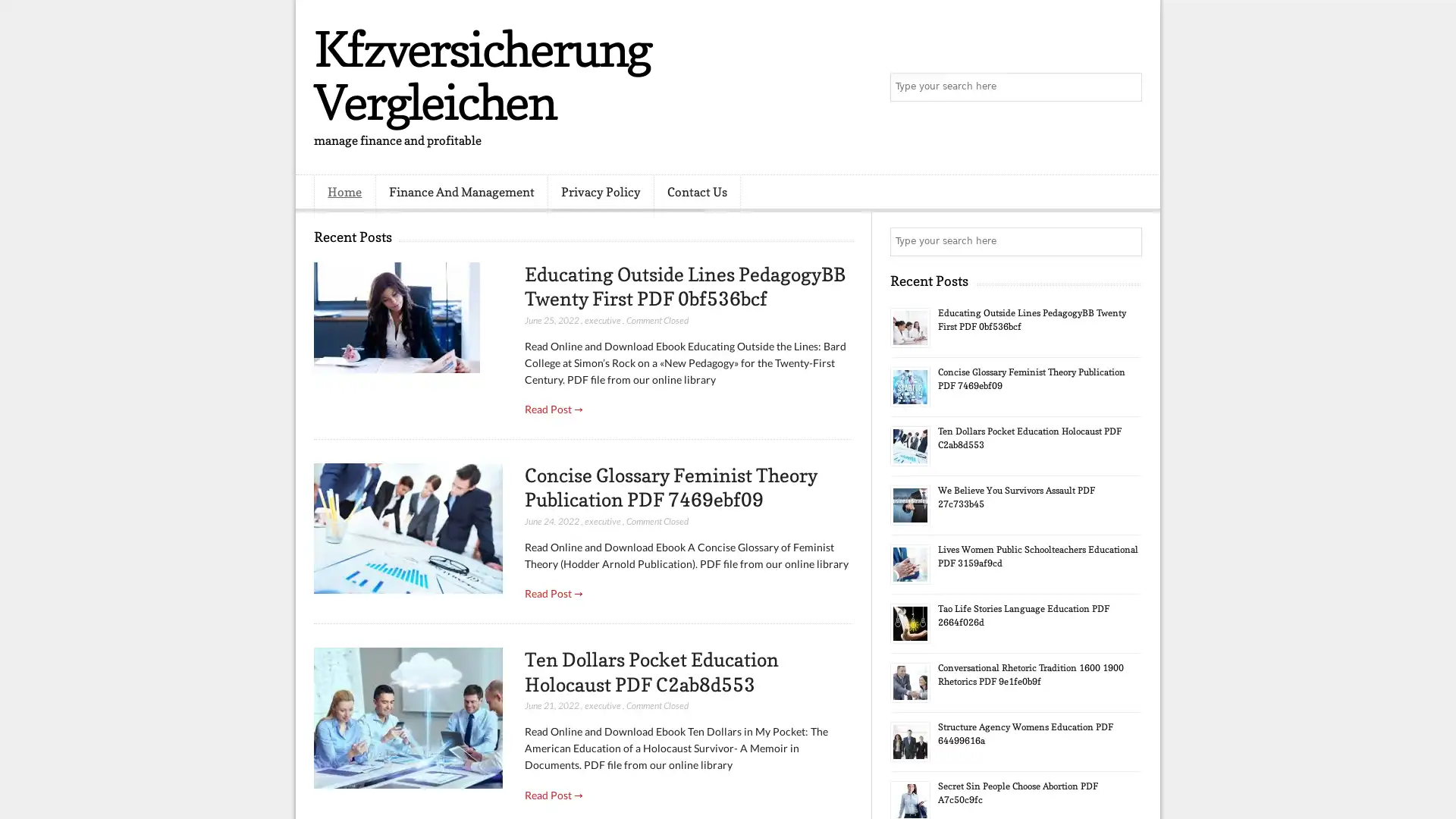  What do you see at coordinates (1126, 87) in the screenshot?
I see `Search` at bounding box center [1126, 87].